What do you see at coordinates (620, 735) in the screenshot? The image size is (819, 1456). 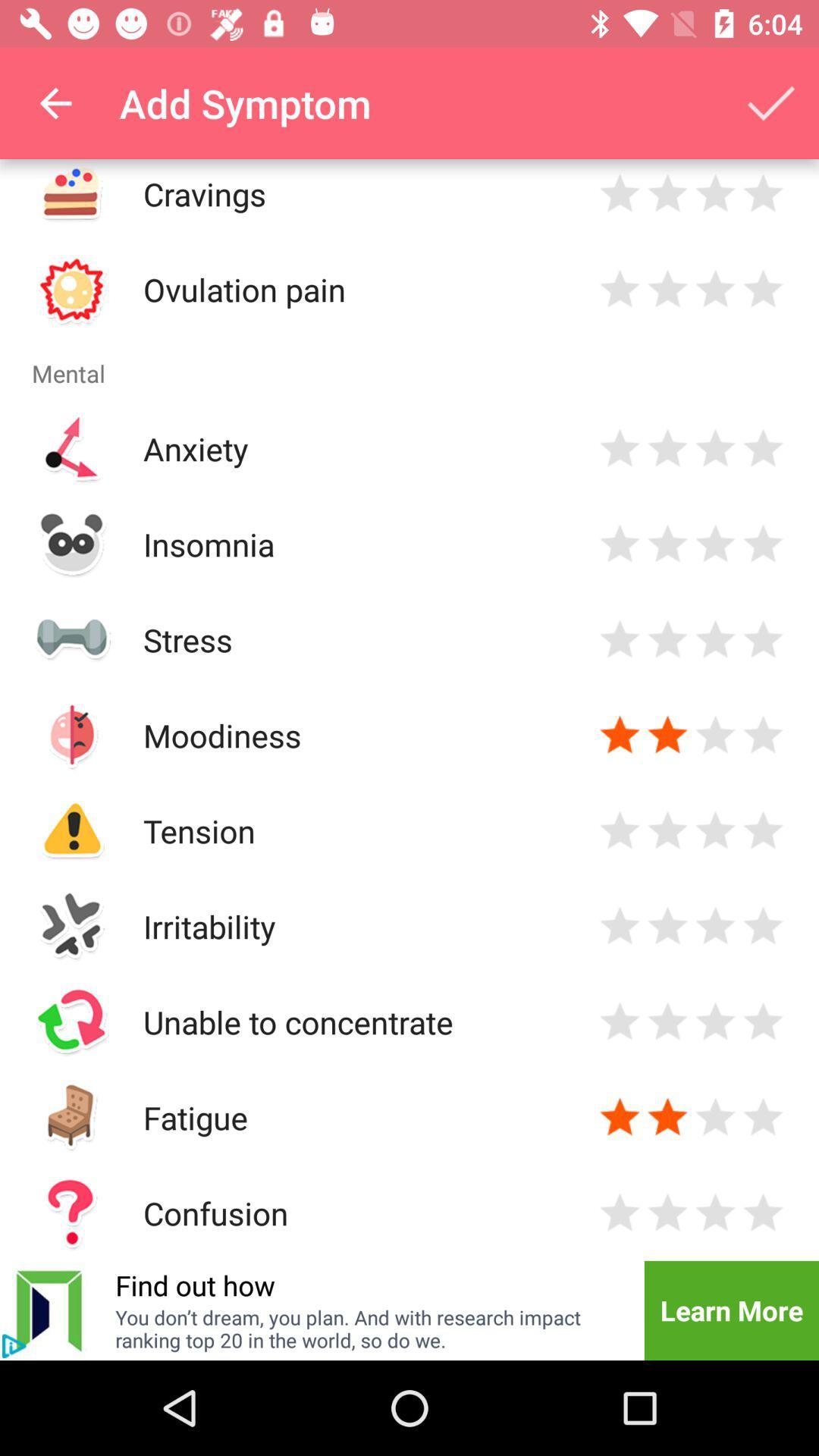 I see `a star` at bounding box center [620, 735].